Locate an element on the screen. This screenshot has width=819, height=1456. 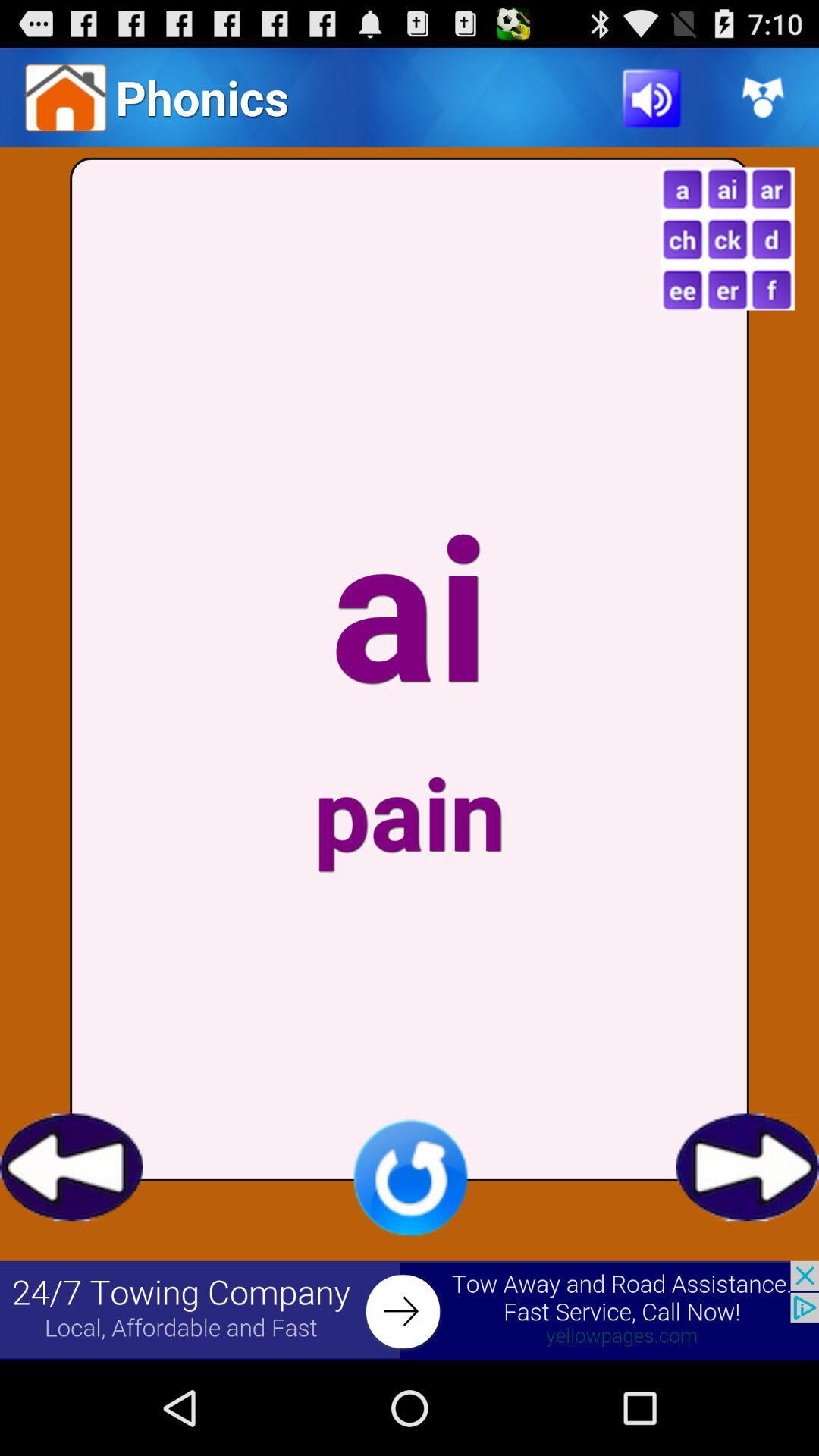
previous is located at coordinates (71, 1166).